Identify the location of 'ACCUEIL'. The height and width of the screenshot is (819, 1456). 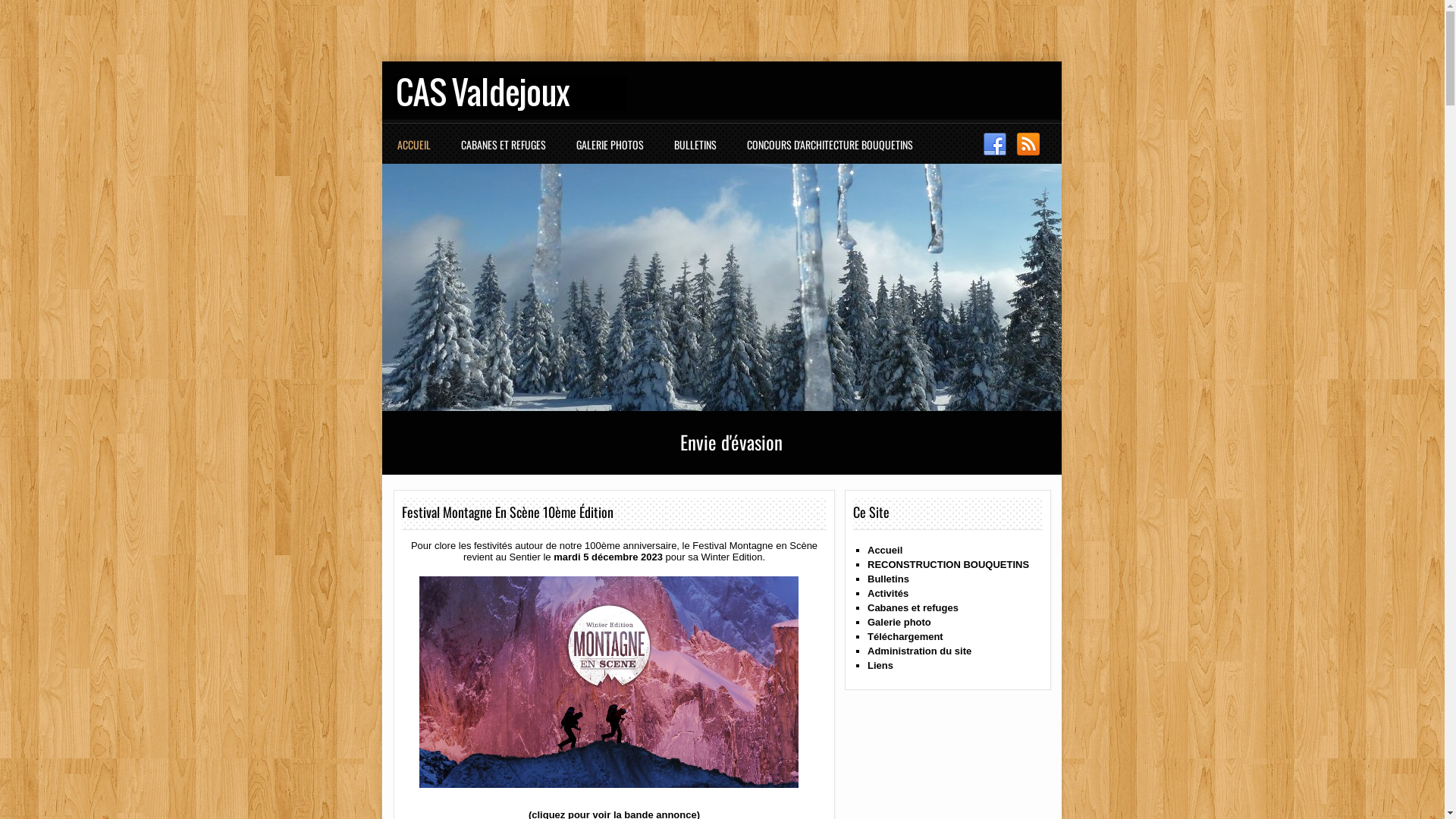
(418, 152).